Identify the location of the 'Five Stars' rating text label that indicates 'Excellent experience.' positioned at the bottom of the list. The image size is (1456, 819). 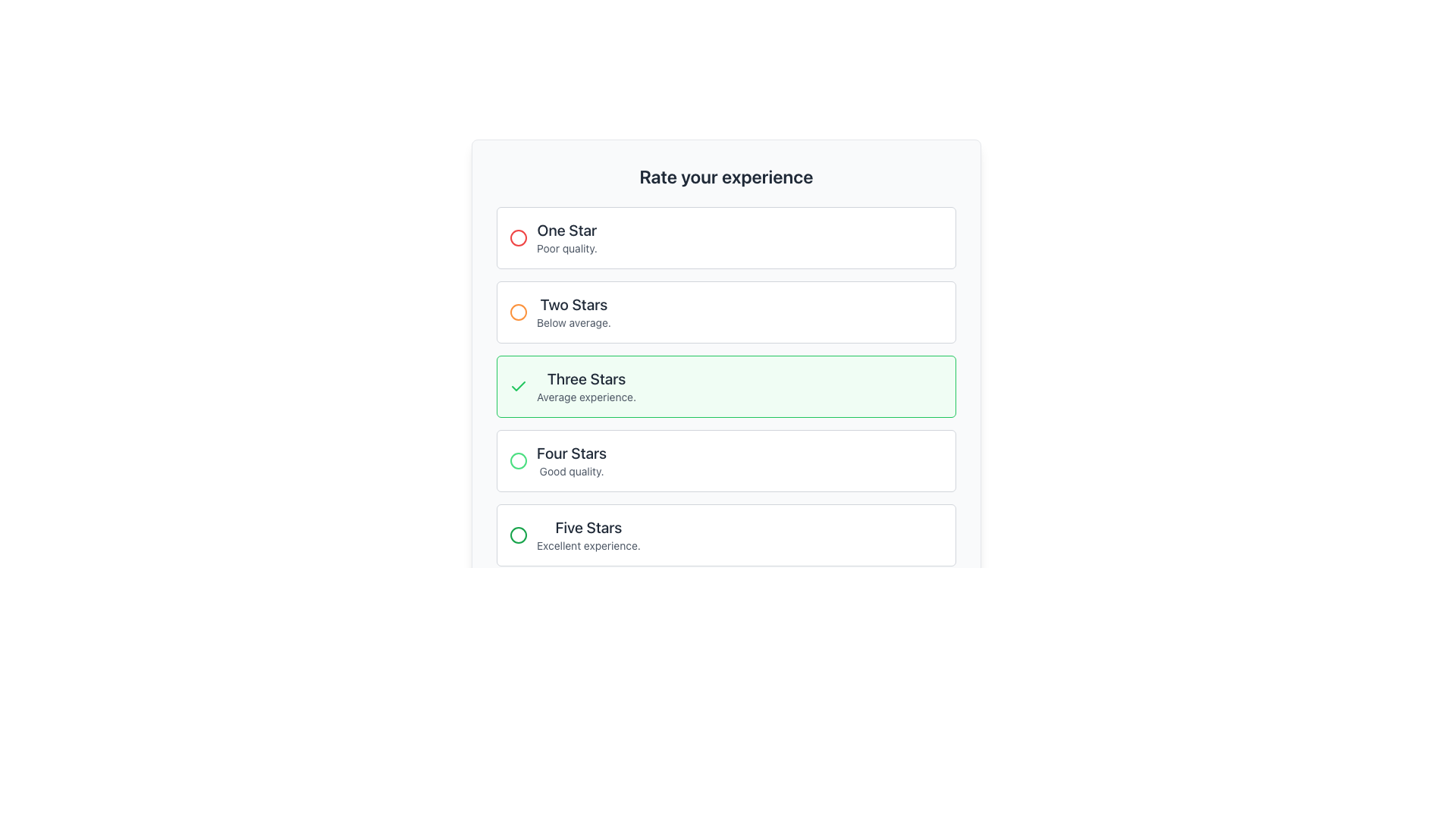
(588, 534).